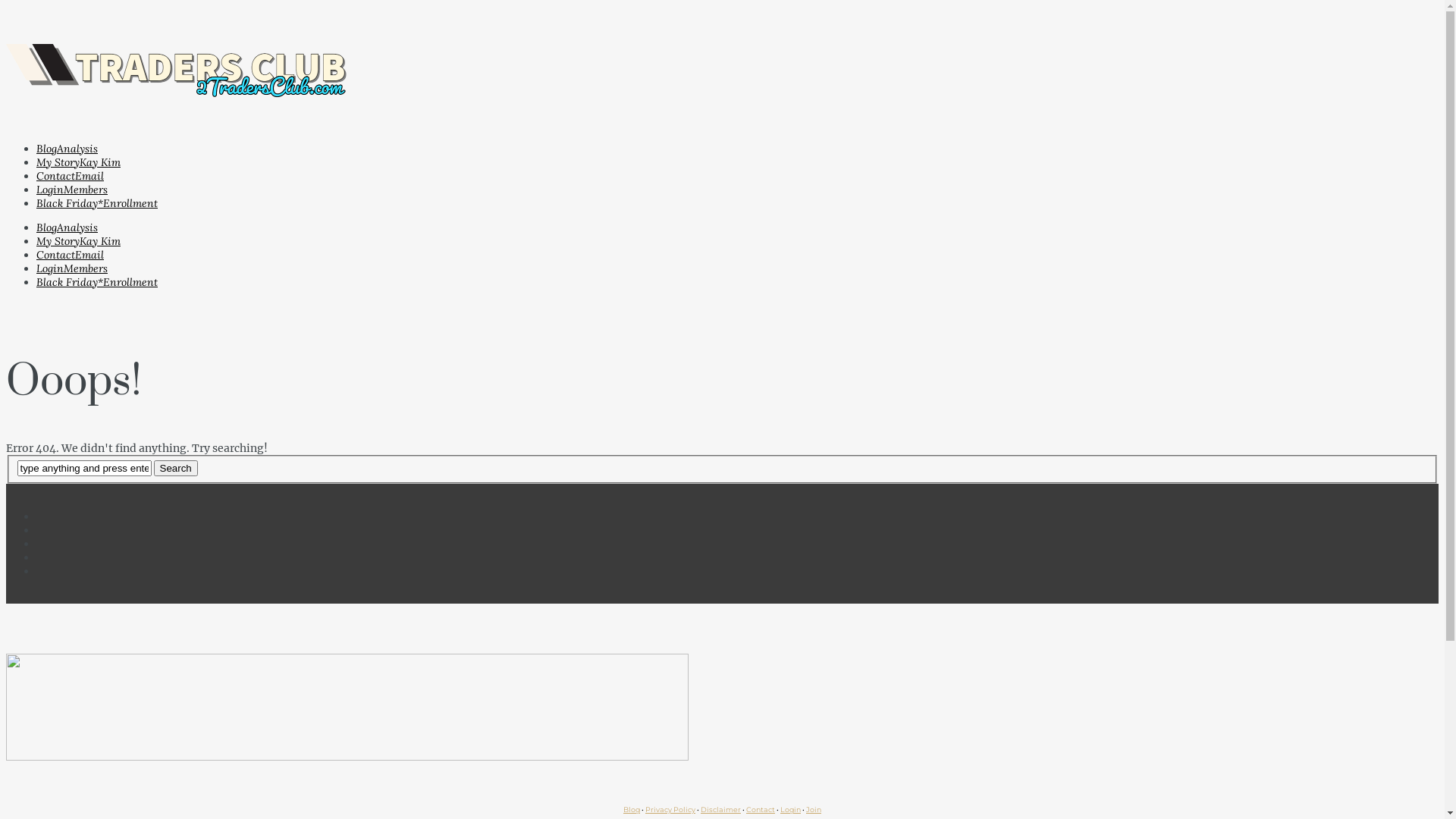 Image resolution: width=1456 pixels, height=819 pixels. What do you see at coordinates (813, 808) in the screenshot?
I see `'Join'` at bounding box center [813, 808].